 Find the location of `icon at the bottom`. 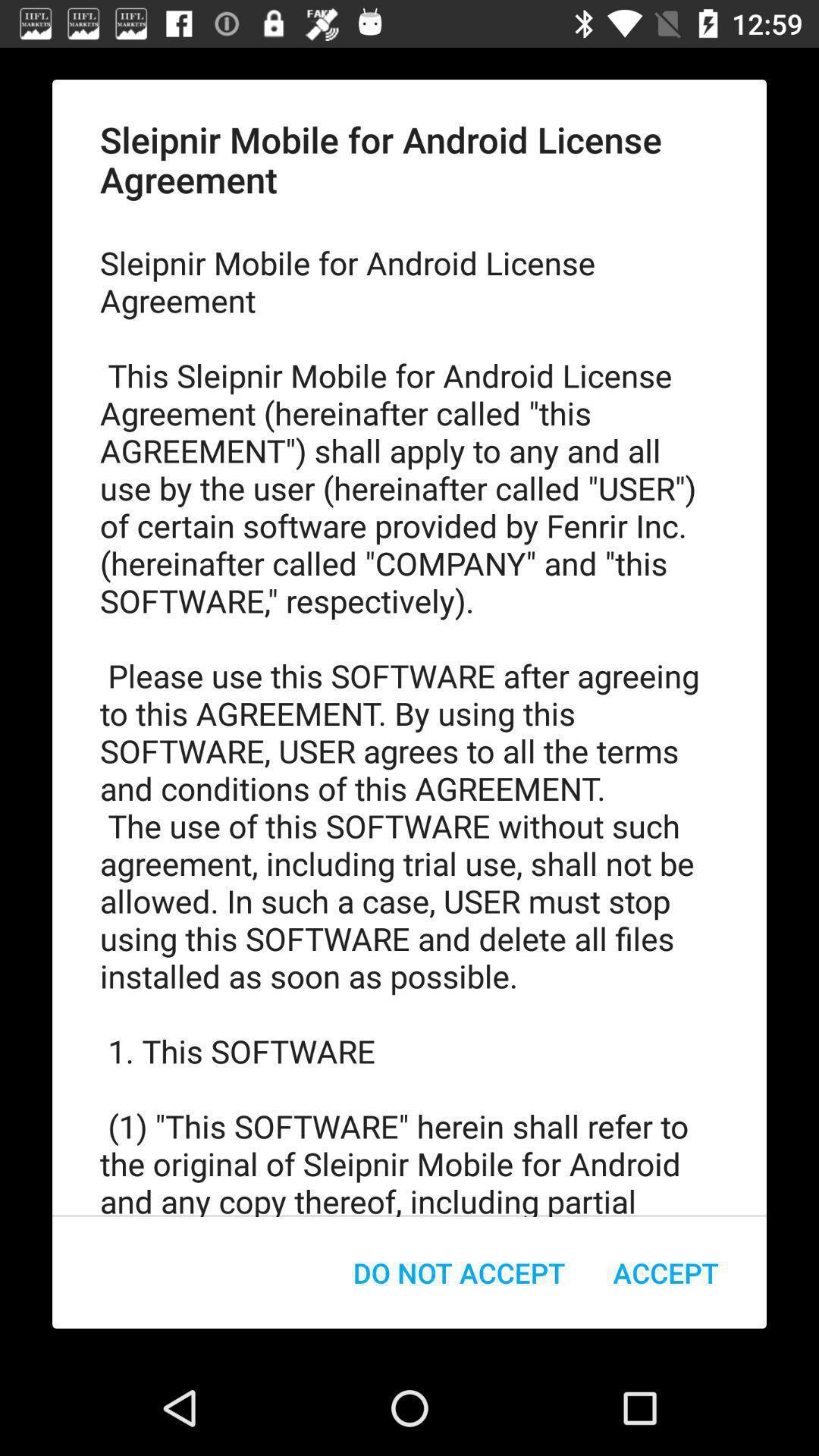

icon at the bottom is located at coordinates (458, 1272).